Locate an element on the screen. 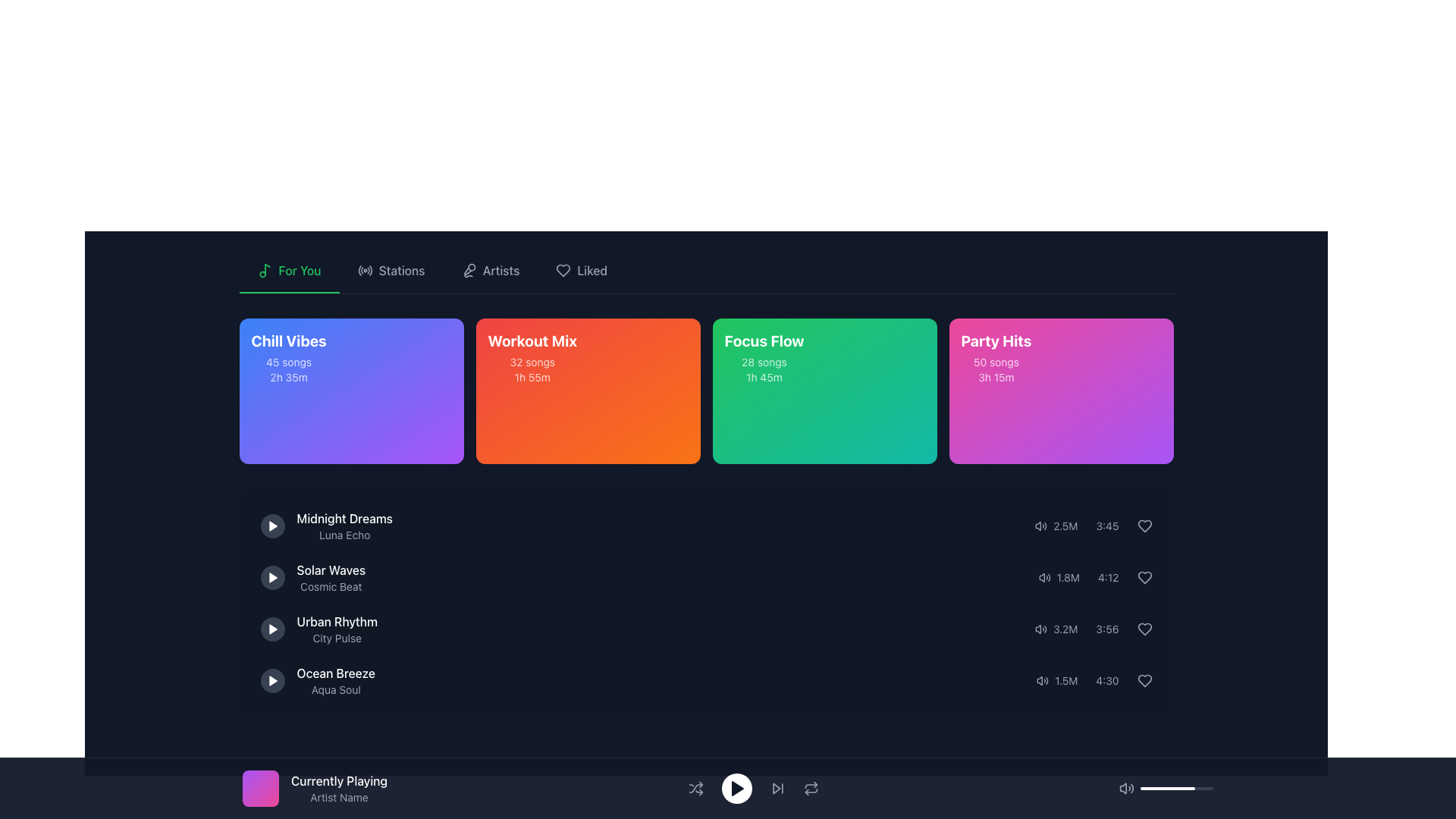 This screenshot has height=819, width=1456. the heart-shaped icon button located in the far-right section of the row for the song 'Urban Rhythm' in the playlist section is located at coordinates (1144, 629).